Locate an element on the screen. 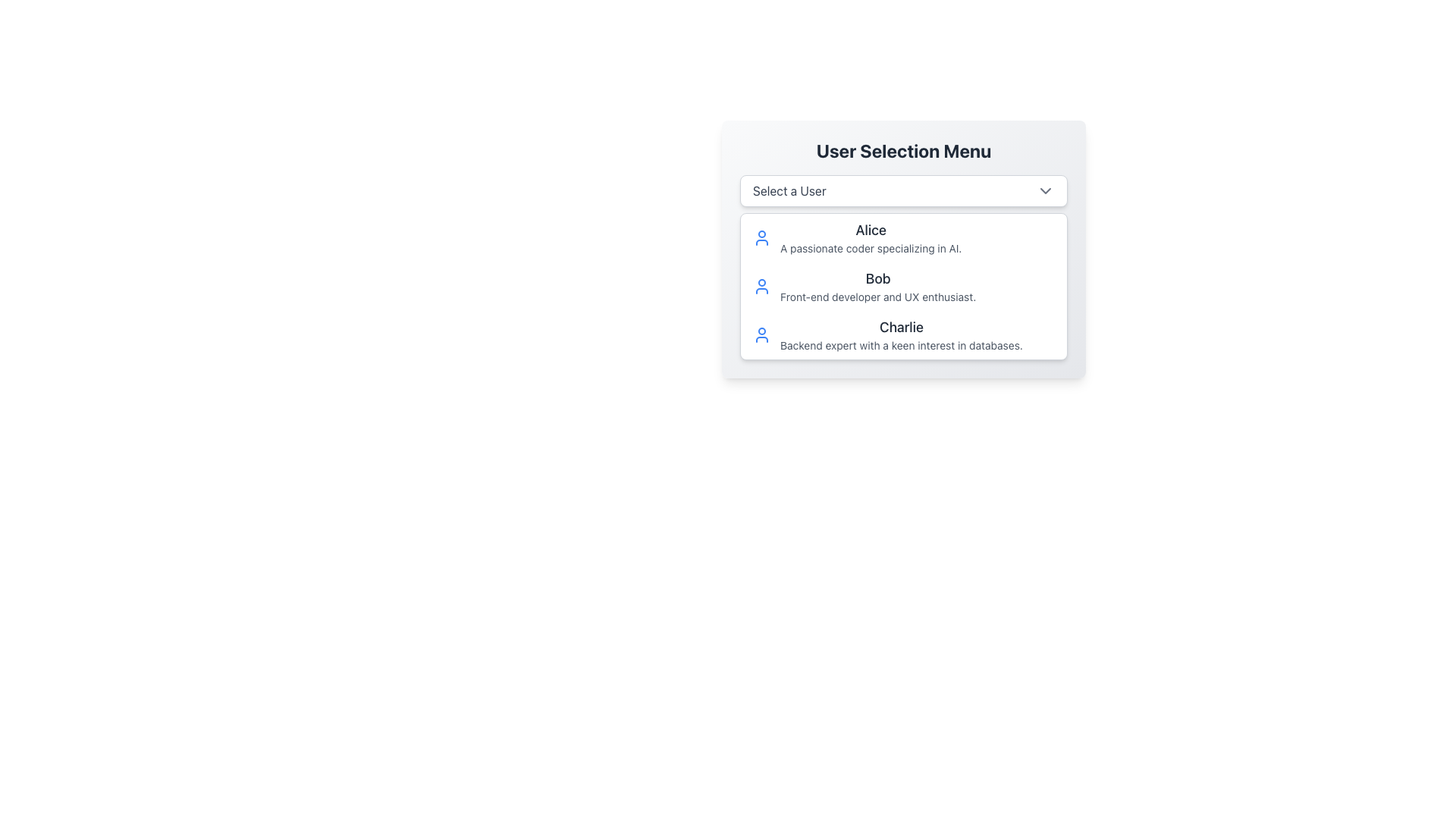 This screenshot has height=819, width=1456. the text display component for the user 'Charlie' in the User Selection Menu is located at coordinates (901, 334).